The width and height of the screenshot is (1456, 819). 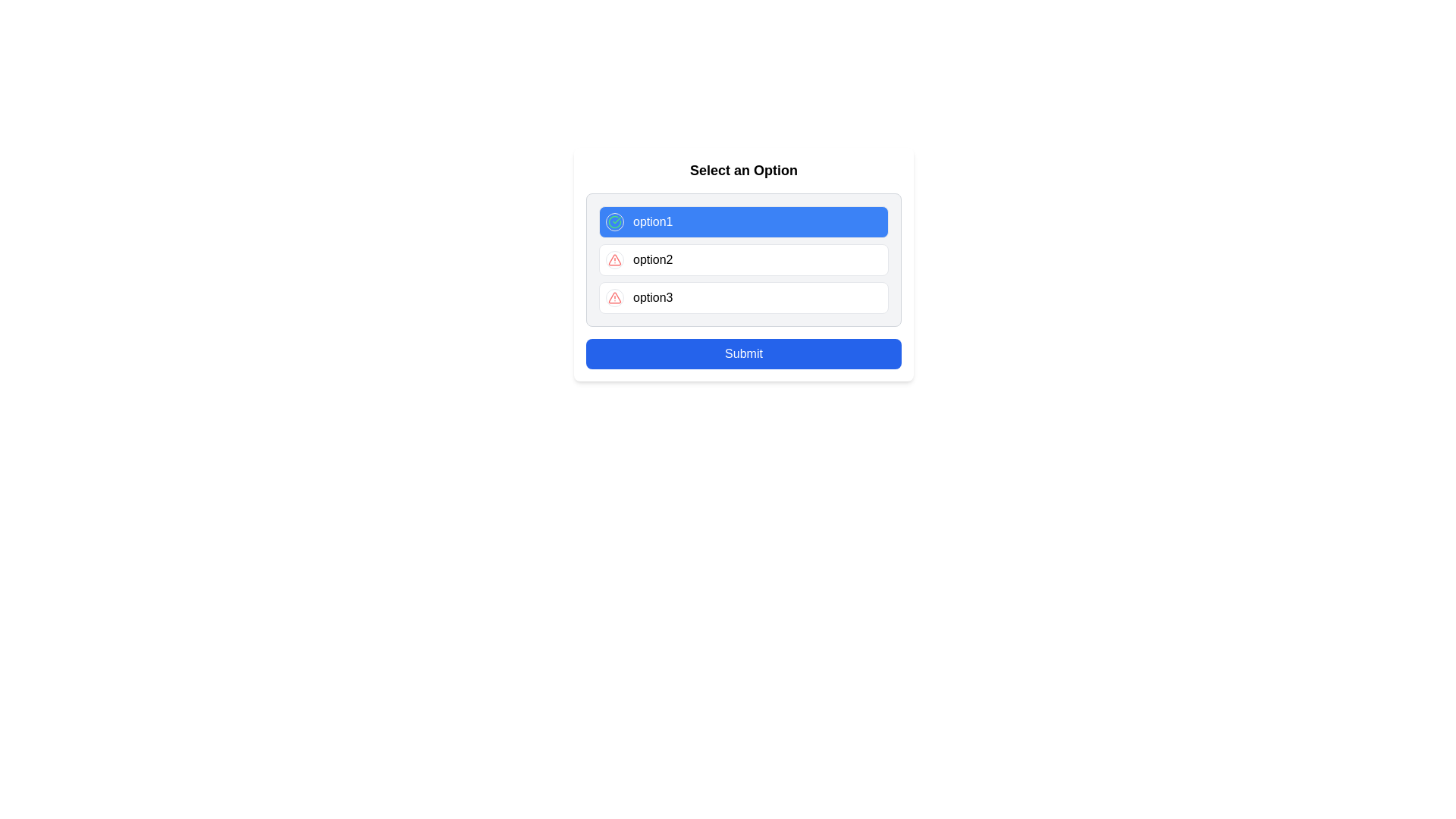 What do you see at coordinates (653, 259) in the screenshot?
I see `text label displaying 'option2', which is styled with a medium font size and positioned to the right of a warning triangle icon in the option selector interface` at bounding box center [653, 259].